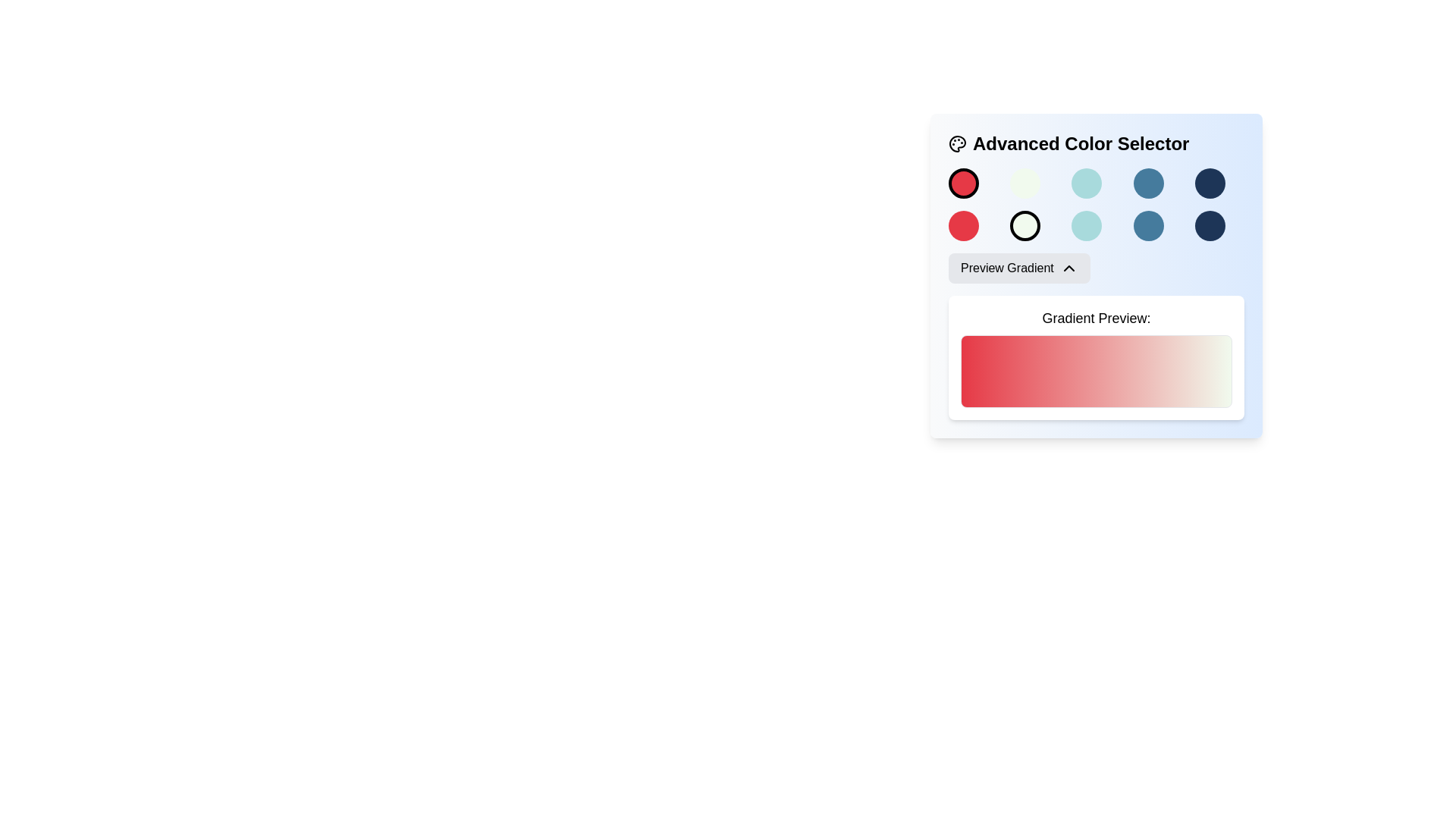  Describe the element at coordinates (1068, 268) in the screenshot. I see `the dropdown toggle icon located to the right of the 'Preview Gradient' text` at that location.